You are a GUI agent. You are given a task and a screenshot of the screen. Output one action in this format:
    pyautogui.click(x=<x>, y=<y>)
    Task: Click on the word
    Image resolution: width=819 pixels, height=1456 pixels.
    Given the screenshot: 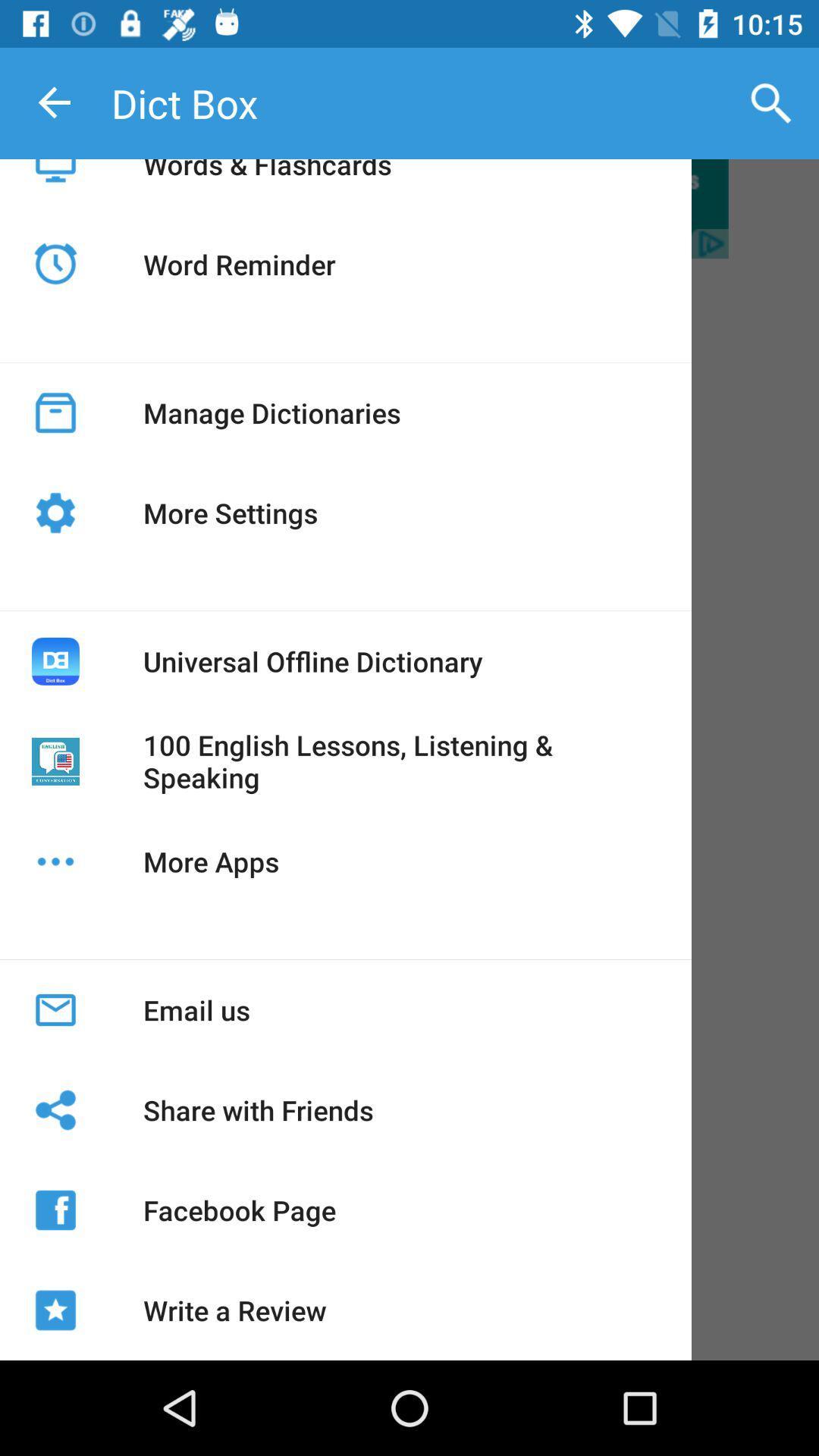 What is the action you would take?
    pyautogui.click(x=409, y=208)
    